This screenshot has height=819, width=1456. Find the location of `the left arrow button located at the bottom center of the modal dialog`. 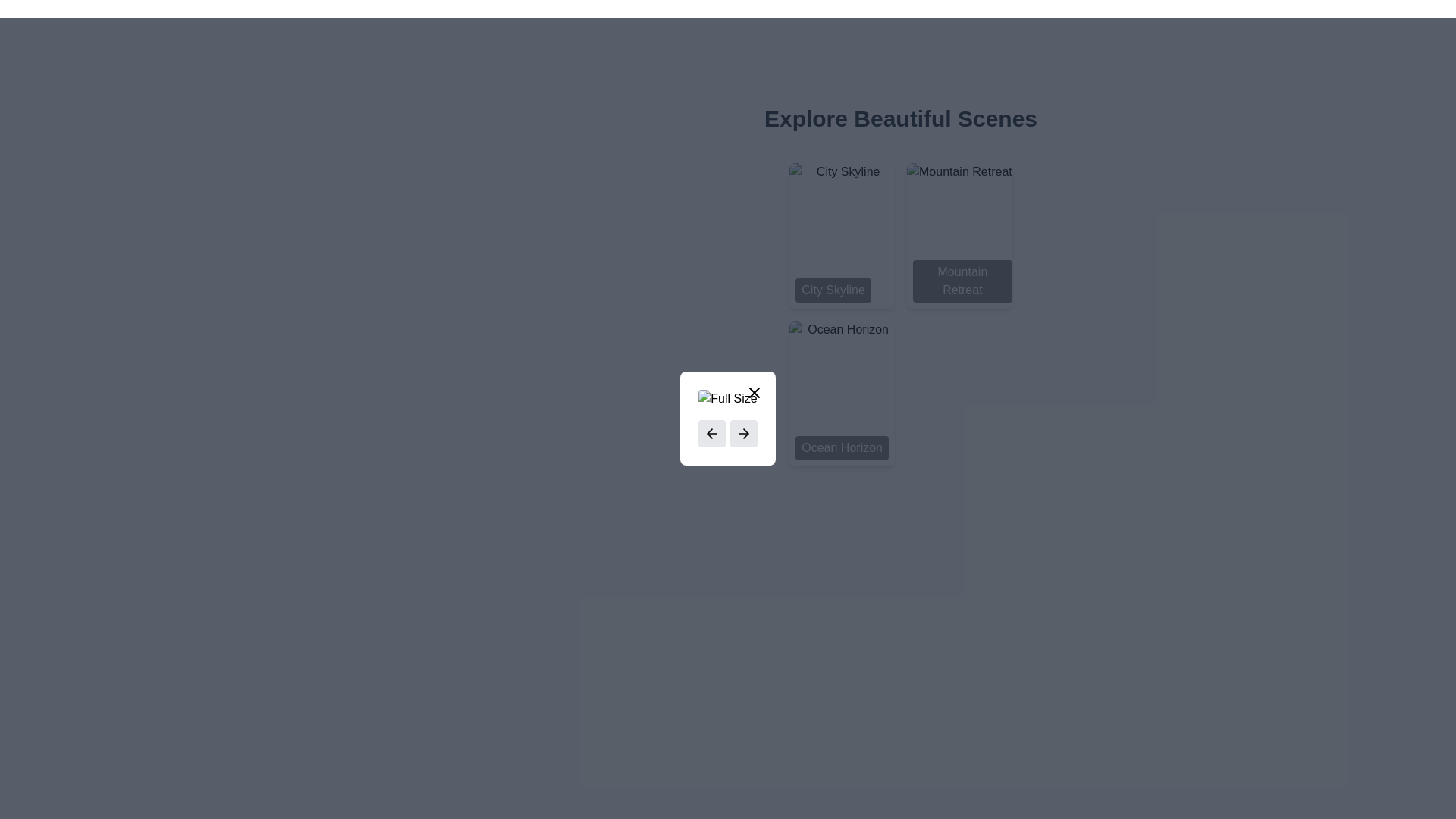

the left arrow button located at the bottom center of the modal dialog is located at coordinates (728, 418).